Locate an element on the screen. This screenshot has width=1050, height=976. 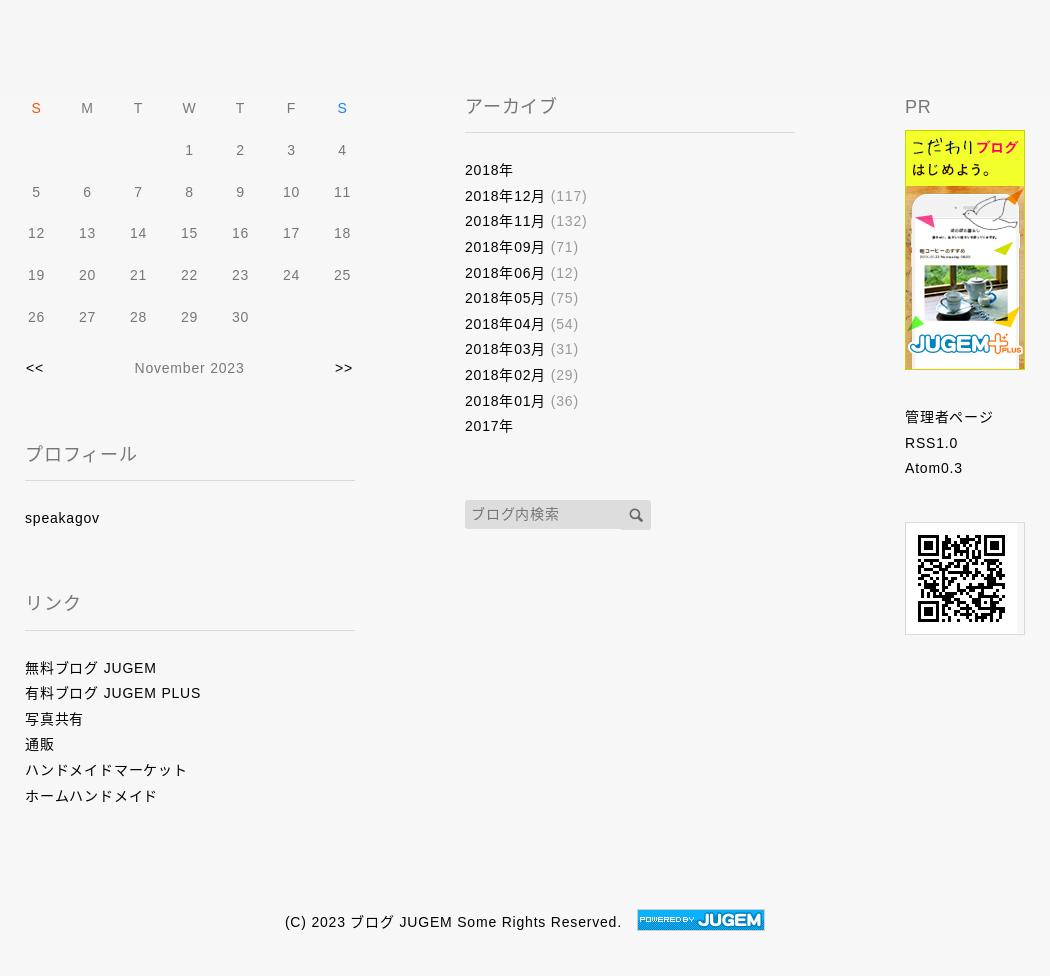
'有料ブログ JUGEM PLUS' is located at coordinates (24, 691).